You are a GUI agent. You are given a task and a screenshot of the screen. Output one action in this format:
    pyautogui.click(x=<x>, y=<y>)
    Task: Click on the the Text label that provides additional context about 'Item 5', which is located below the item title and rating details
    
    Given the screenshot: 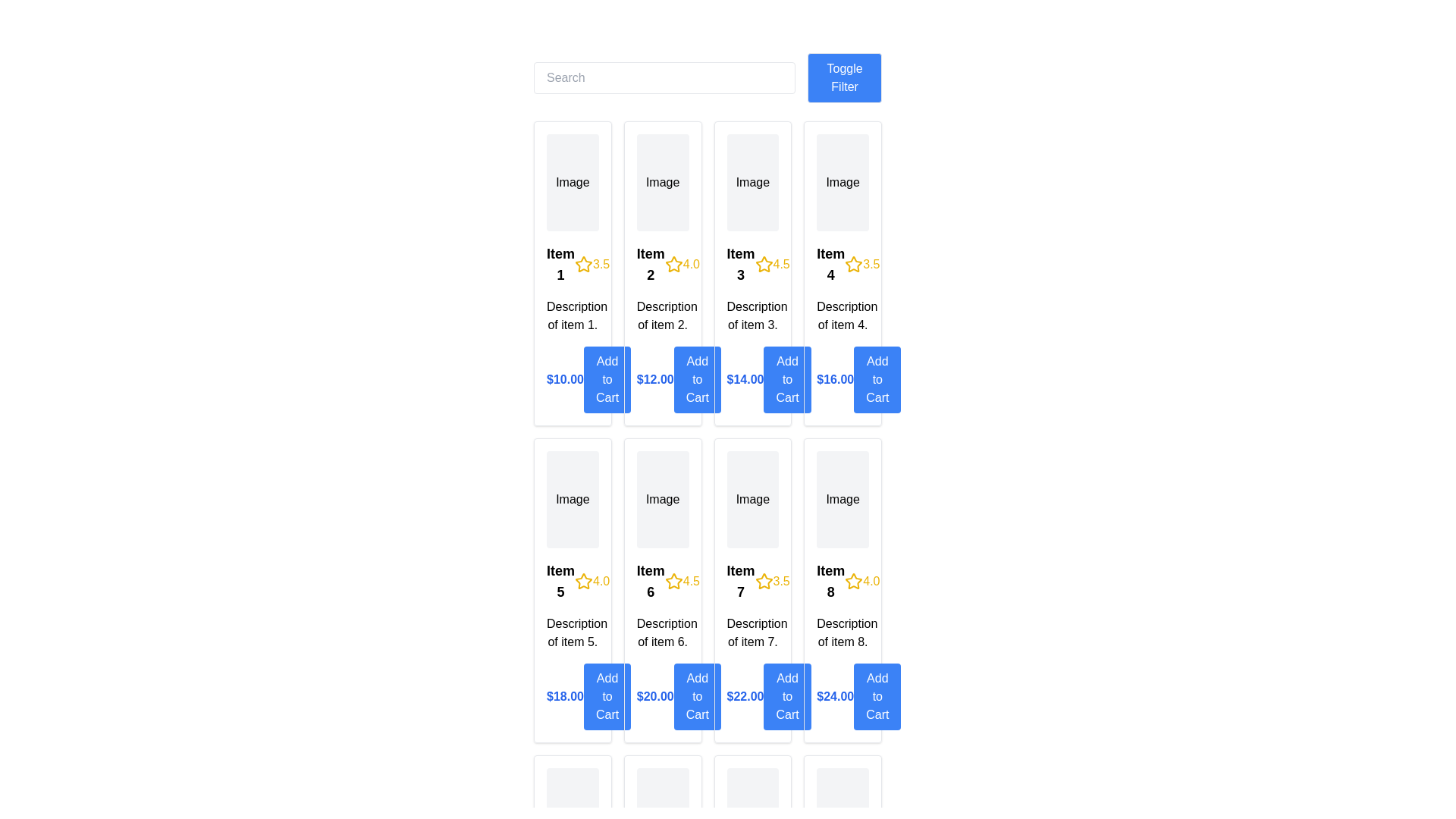 What is the action you would take?
    pyautogui.click(x=572, y=632)
    